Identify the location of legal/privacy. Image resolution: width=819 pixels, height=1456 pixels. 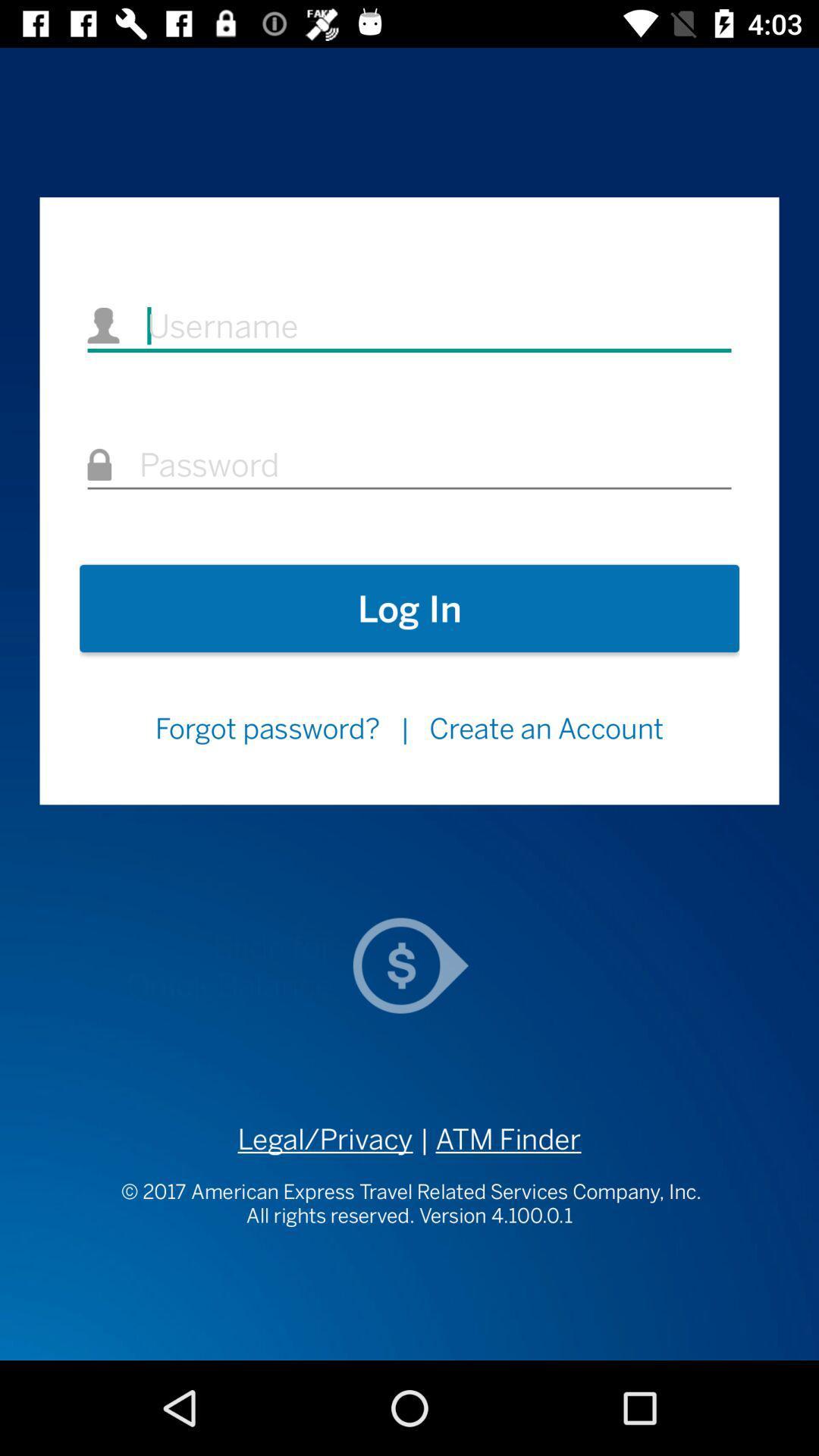
(325, 1139).